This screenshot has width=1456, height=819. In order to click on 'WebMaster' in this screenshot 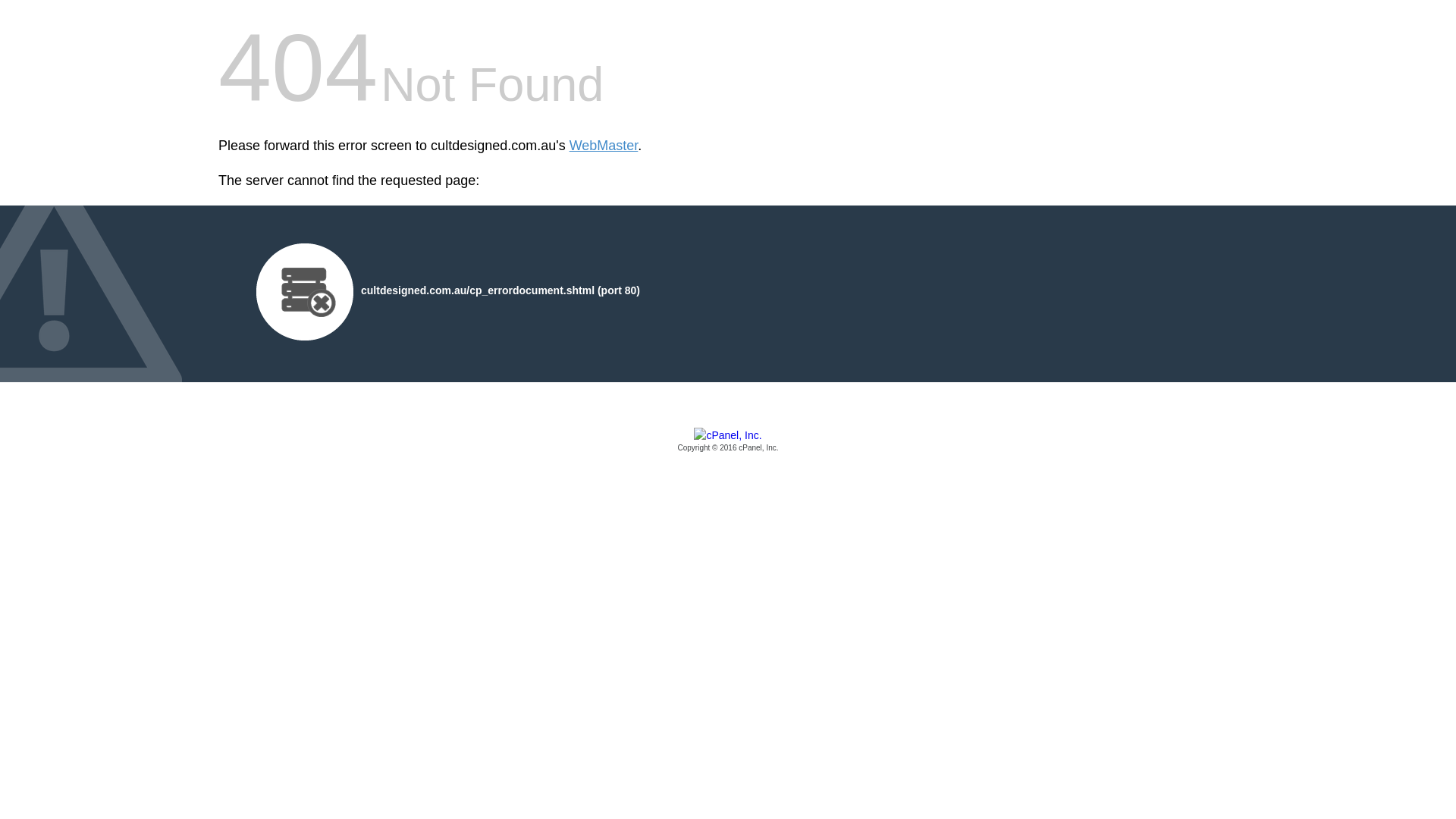, I will do `click(603, 146)`.